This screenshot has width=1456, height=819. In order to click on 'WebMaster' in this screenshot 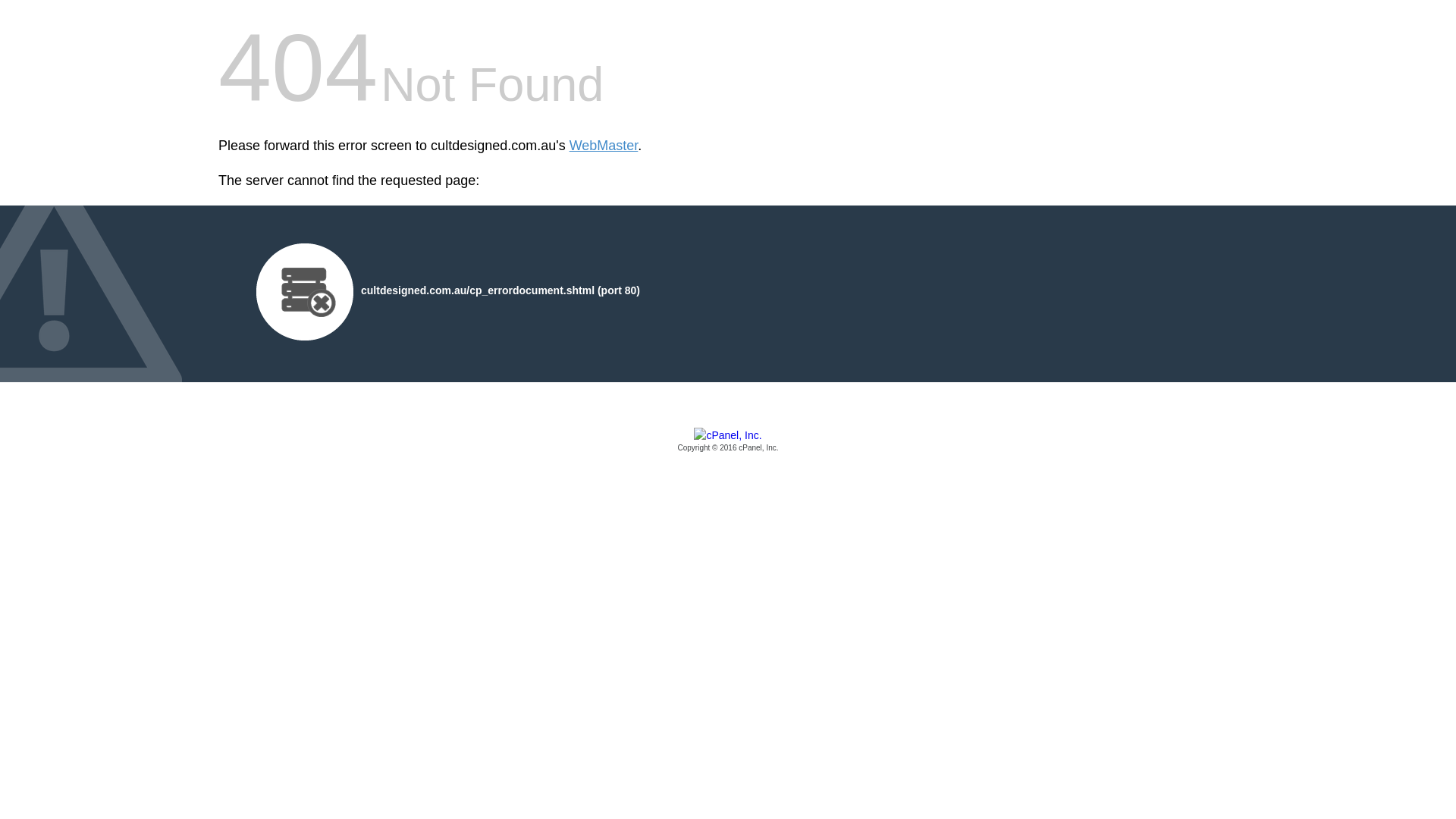, I will do `click(603, 146)`.